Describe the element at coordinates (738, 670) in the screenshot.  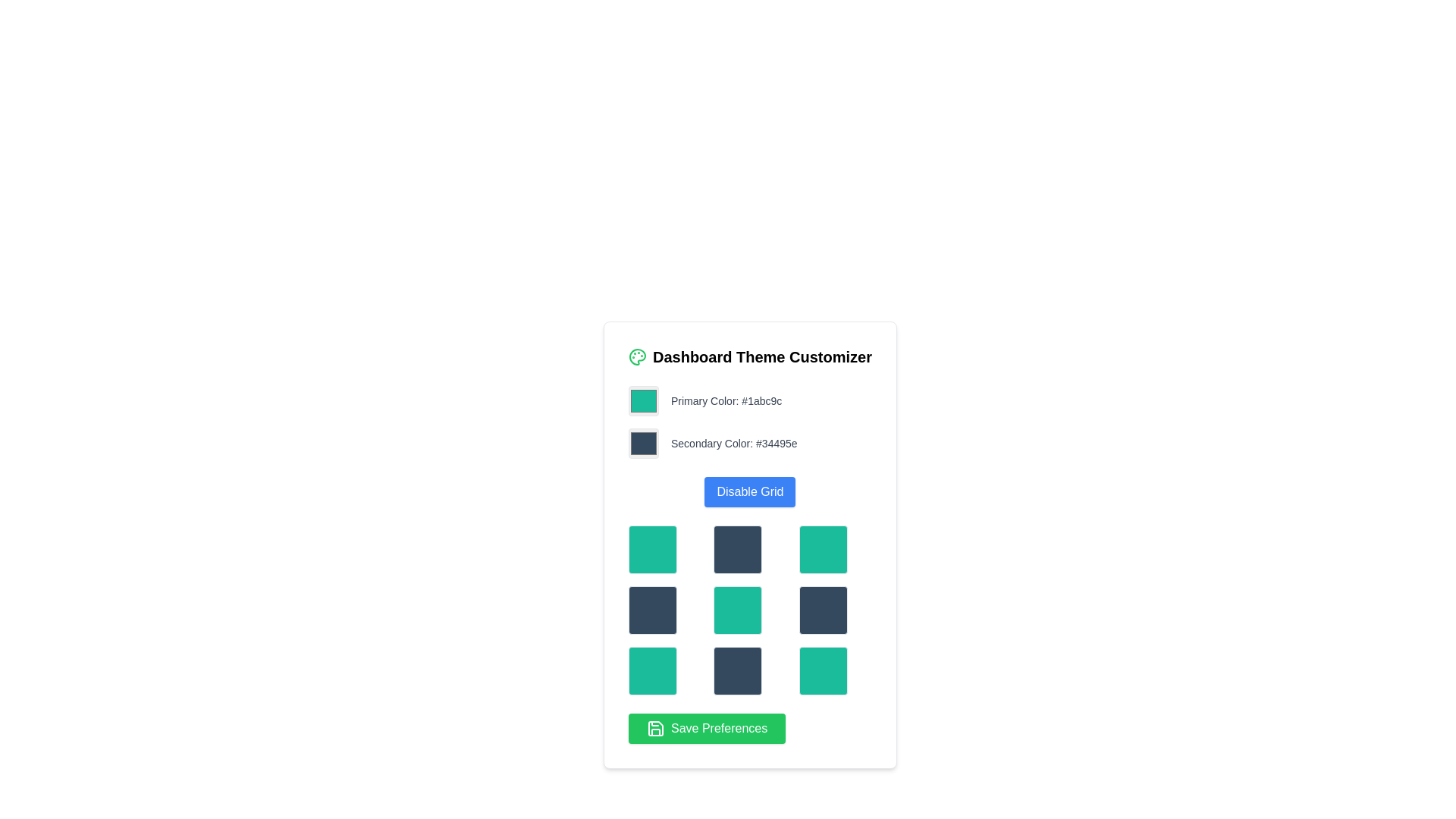
I see `the interactive visual block in the middle column of the bottom row of the grid, positioned between the 'Disable Grid' button and the 'Save Preferences' button` at that location.